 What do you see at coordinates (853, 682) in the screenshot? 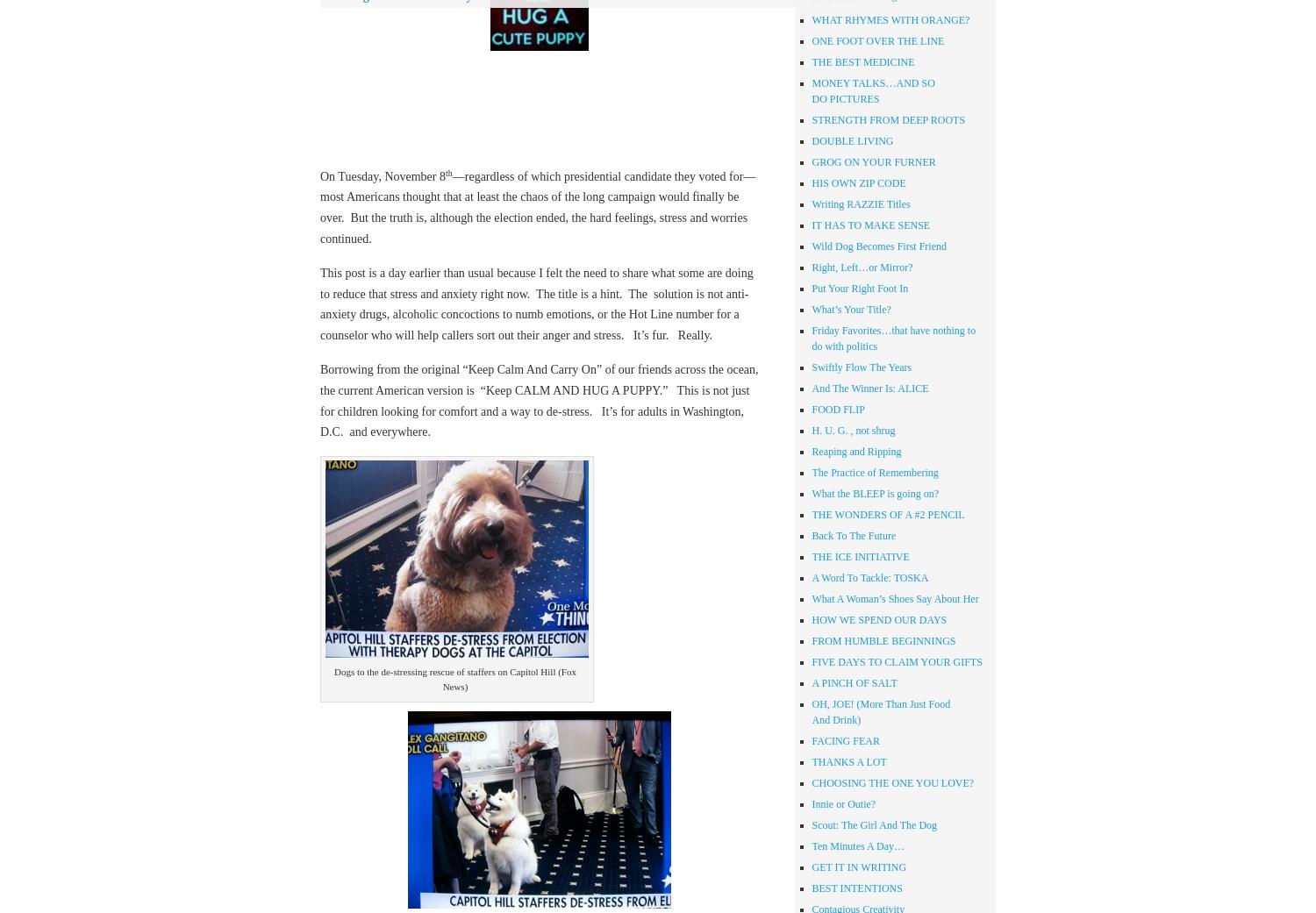
I see `'A PINCH OF SALT'` at bounding box center [853, 682].